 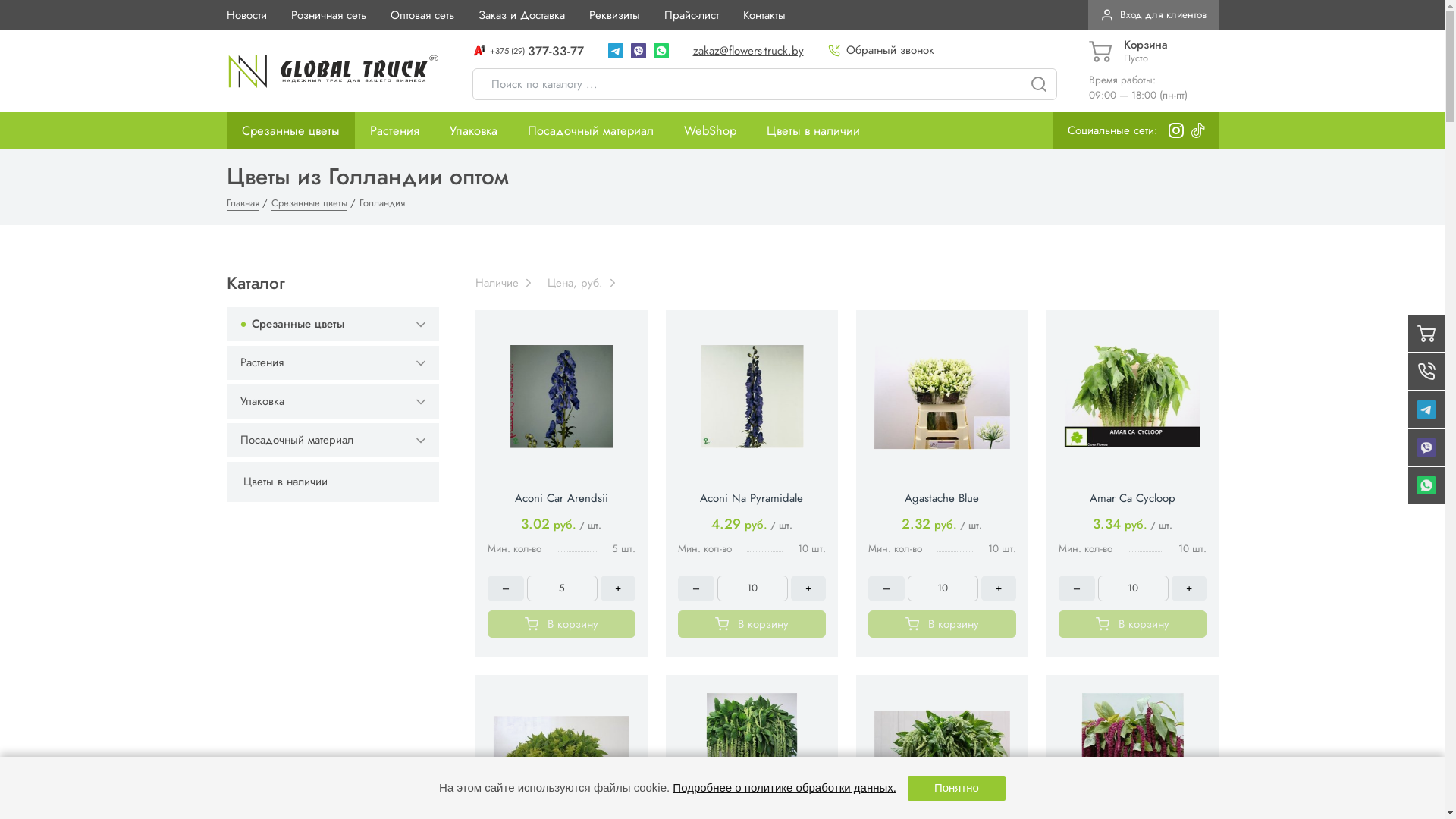 I want to click on 'Telegram', so click(x=615, y=49).